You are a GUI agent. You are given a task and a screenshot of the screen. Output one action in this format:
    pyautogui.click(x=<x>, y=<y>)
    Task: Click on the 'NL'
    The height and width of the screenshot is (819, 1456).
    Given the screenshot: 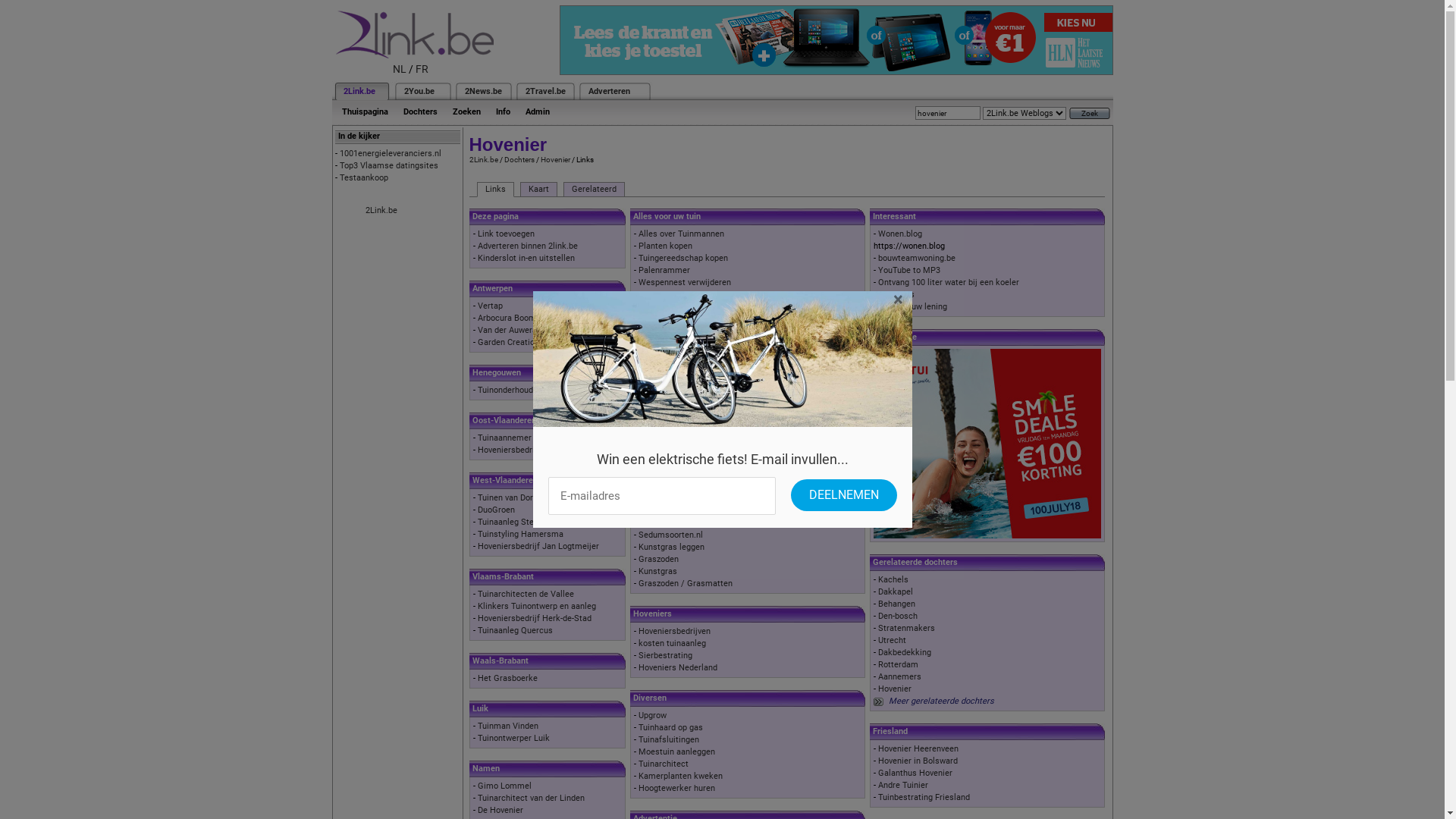 What is the action you would take?
    pyautogui.click(x=400, y=69)
    